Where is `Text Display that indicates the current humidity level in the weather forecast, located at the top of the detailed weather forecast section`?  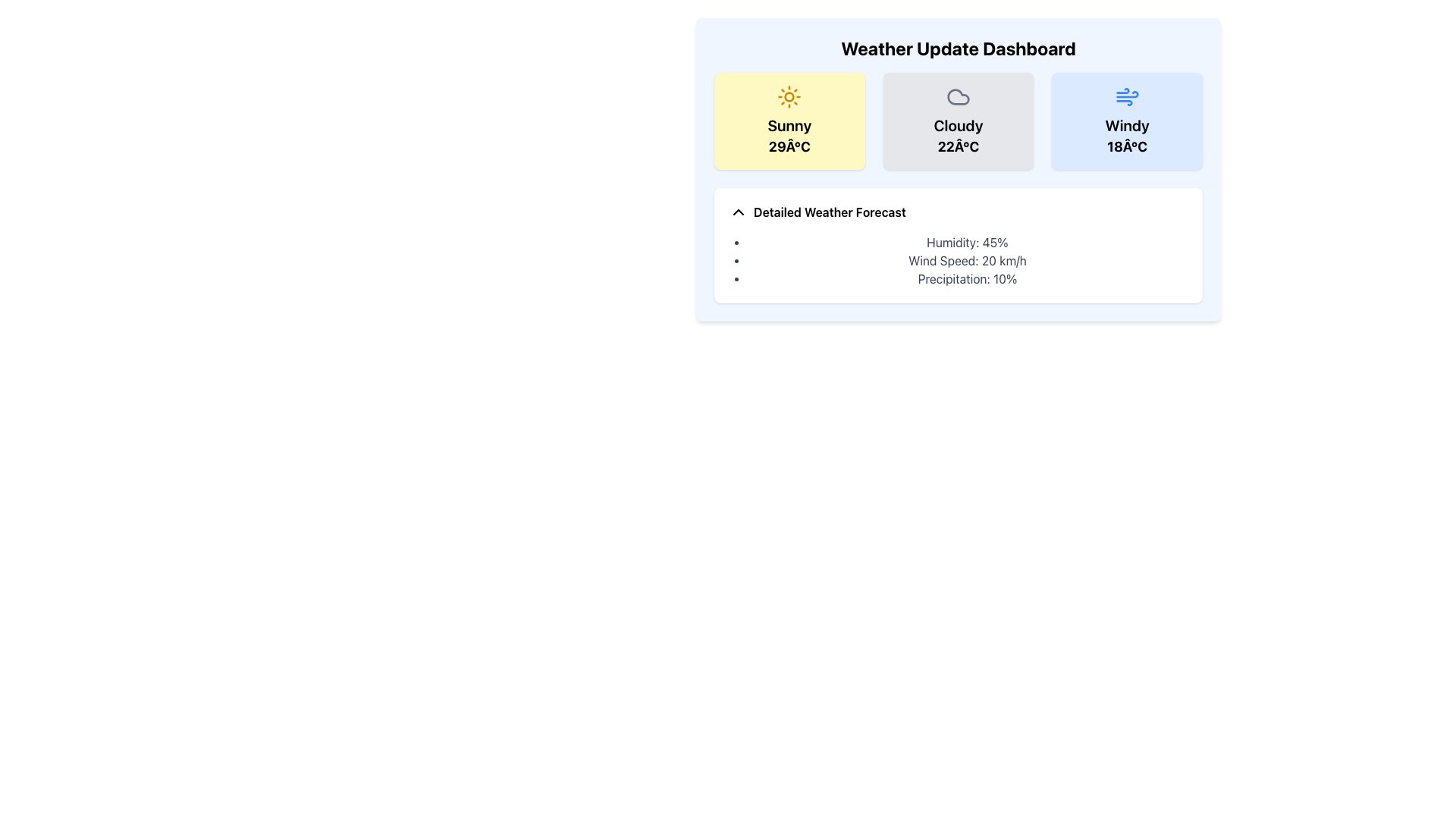 Text Display that indicates the current humidity level in the weather forecast, located at the top of the detailed weather forecast section is located at coordinates (967, 242).